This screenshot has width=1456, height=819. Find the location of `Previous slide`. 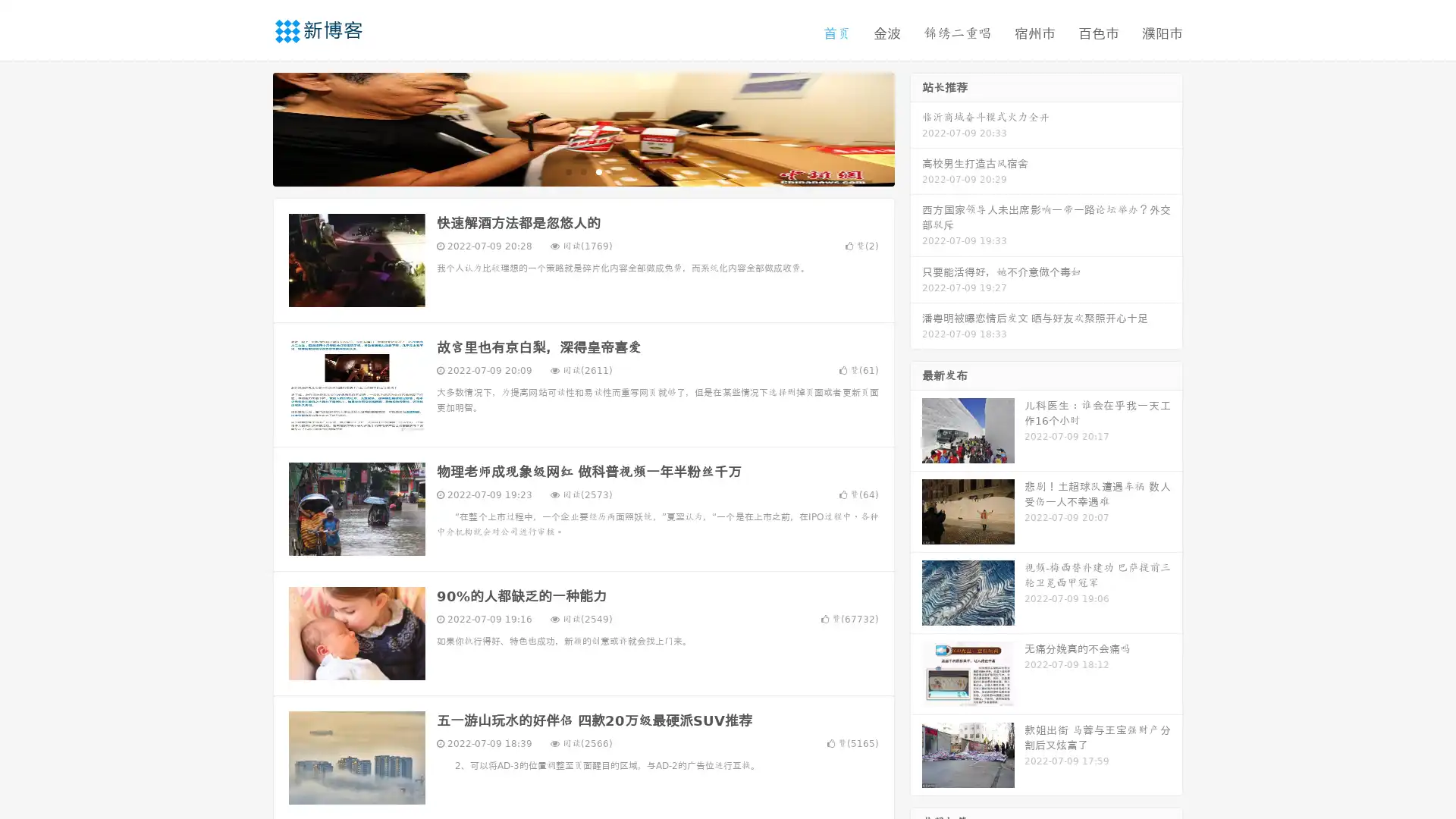

Previous slide is located at coordinates (250, 127).